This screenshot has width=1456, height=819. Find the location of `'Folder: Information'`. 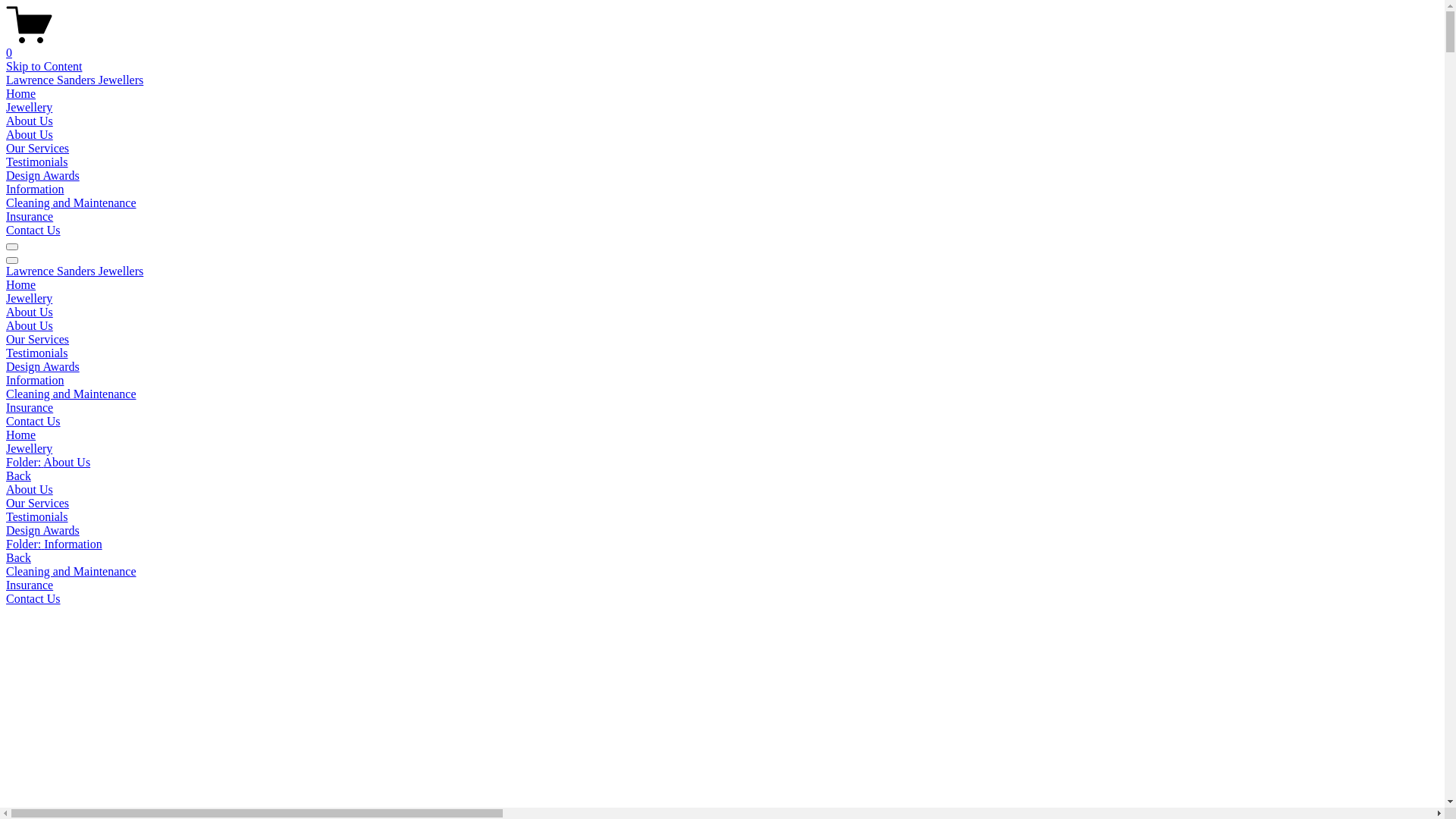

'Folder: Information' is located at coordinates (6, 543).